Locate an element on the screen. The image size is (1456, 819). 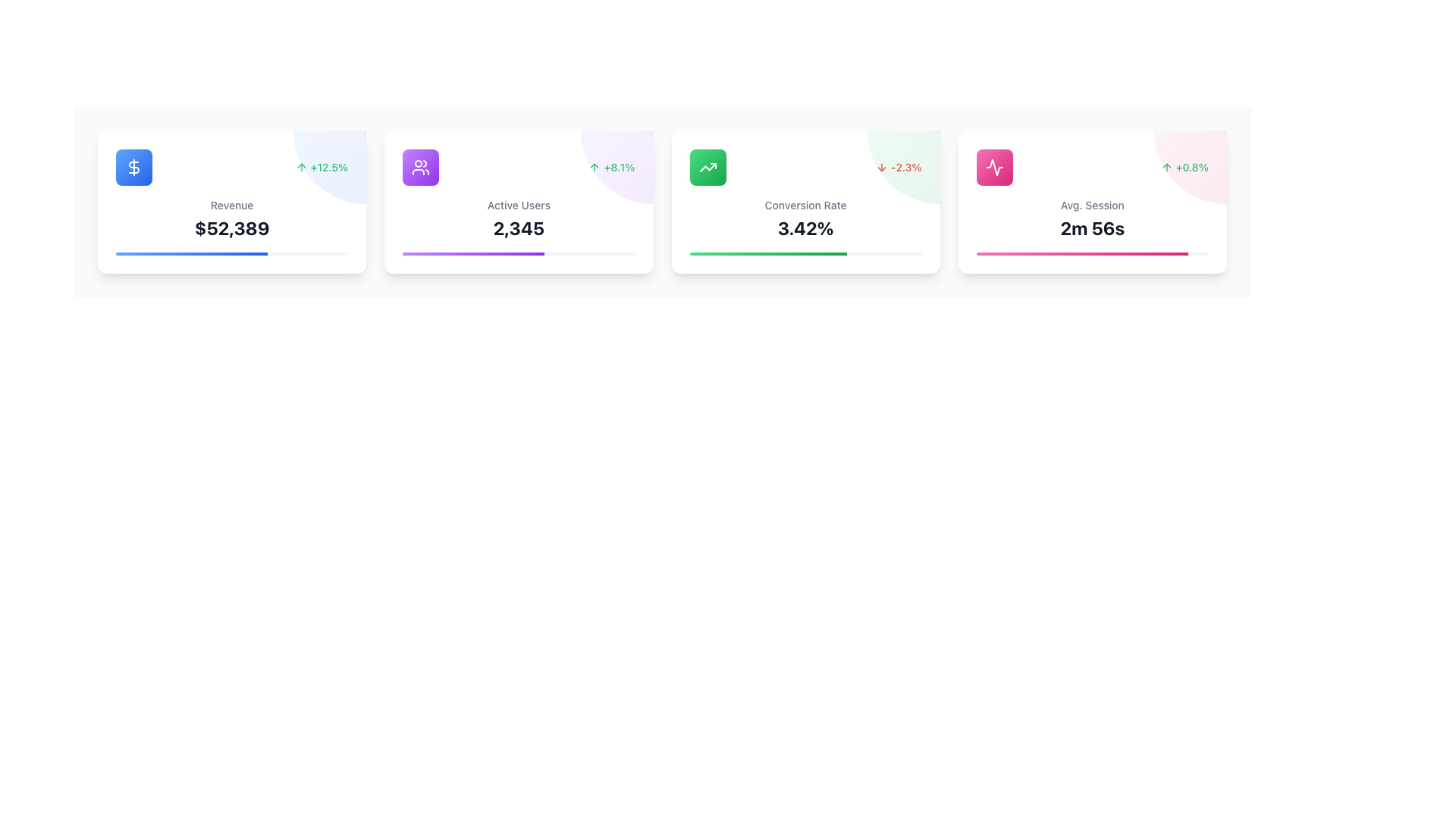
label indicating 'Active Users' located above the numerical value '2,345' in the second dashboard card from the left is located at coordinates (519, 205).